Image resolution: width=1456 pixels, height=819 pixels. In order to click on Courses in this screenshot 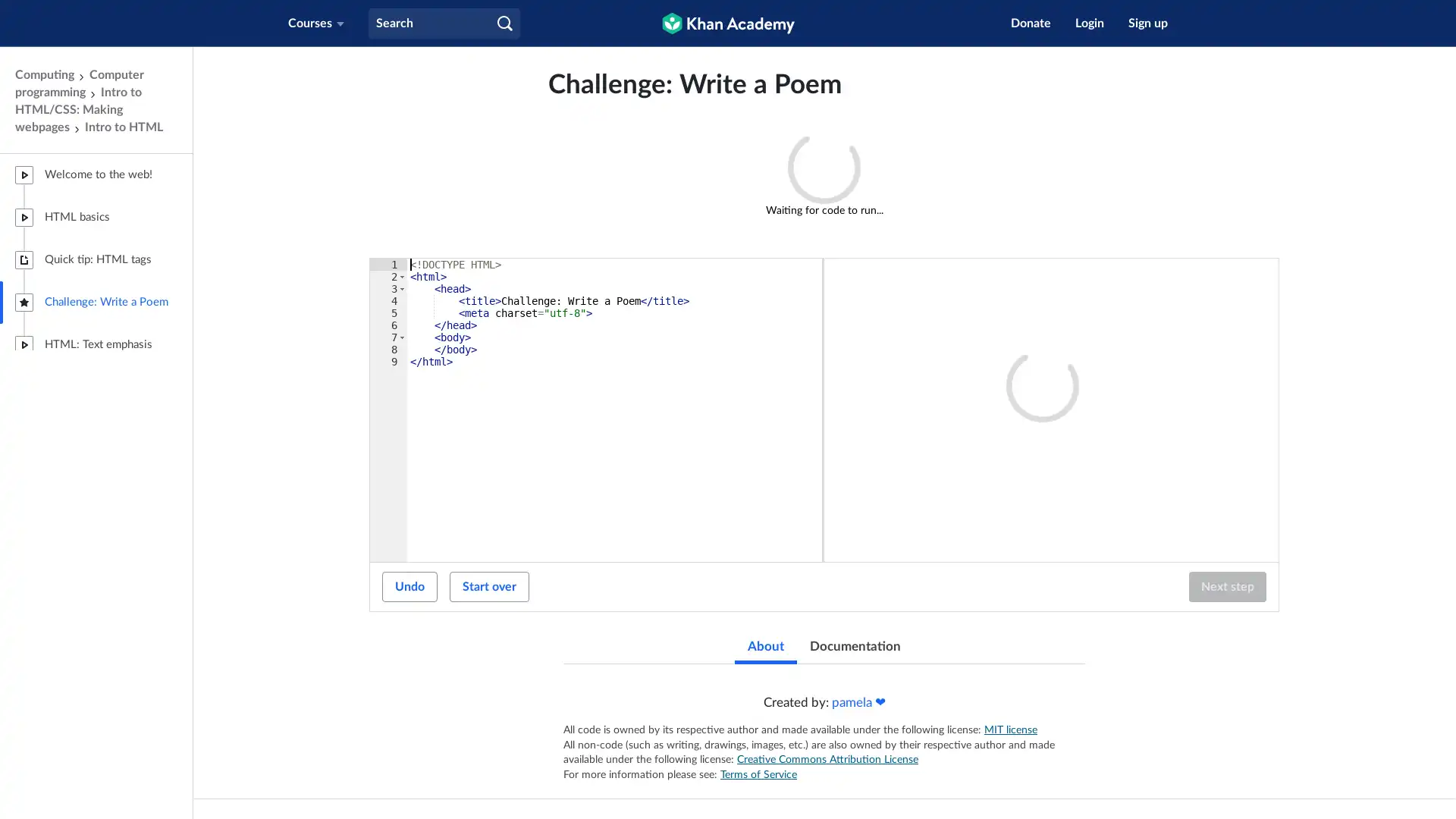, I will do `click(315, 23)`.